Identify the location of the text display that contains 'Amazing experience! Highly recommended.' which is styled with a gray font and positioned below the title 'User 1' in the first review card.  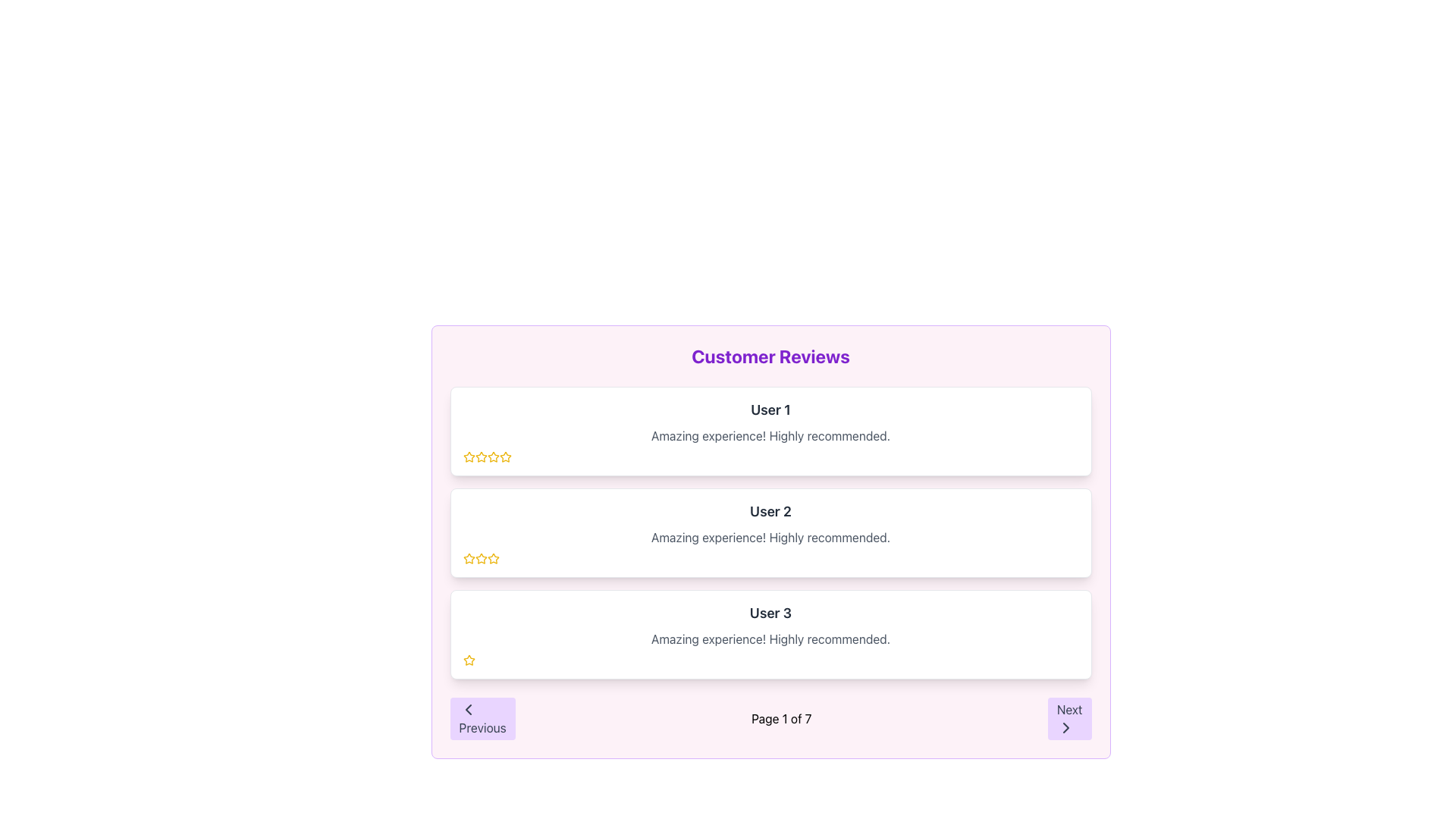
(770, 435).